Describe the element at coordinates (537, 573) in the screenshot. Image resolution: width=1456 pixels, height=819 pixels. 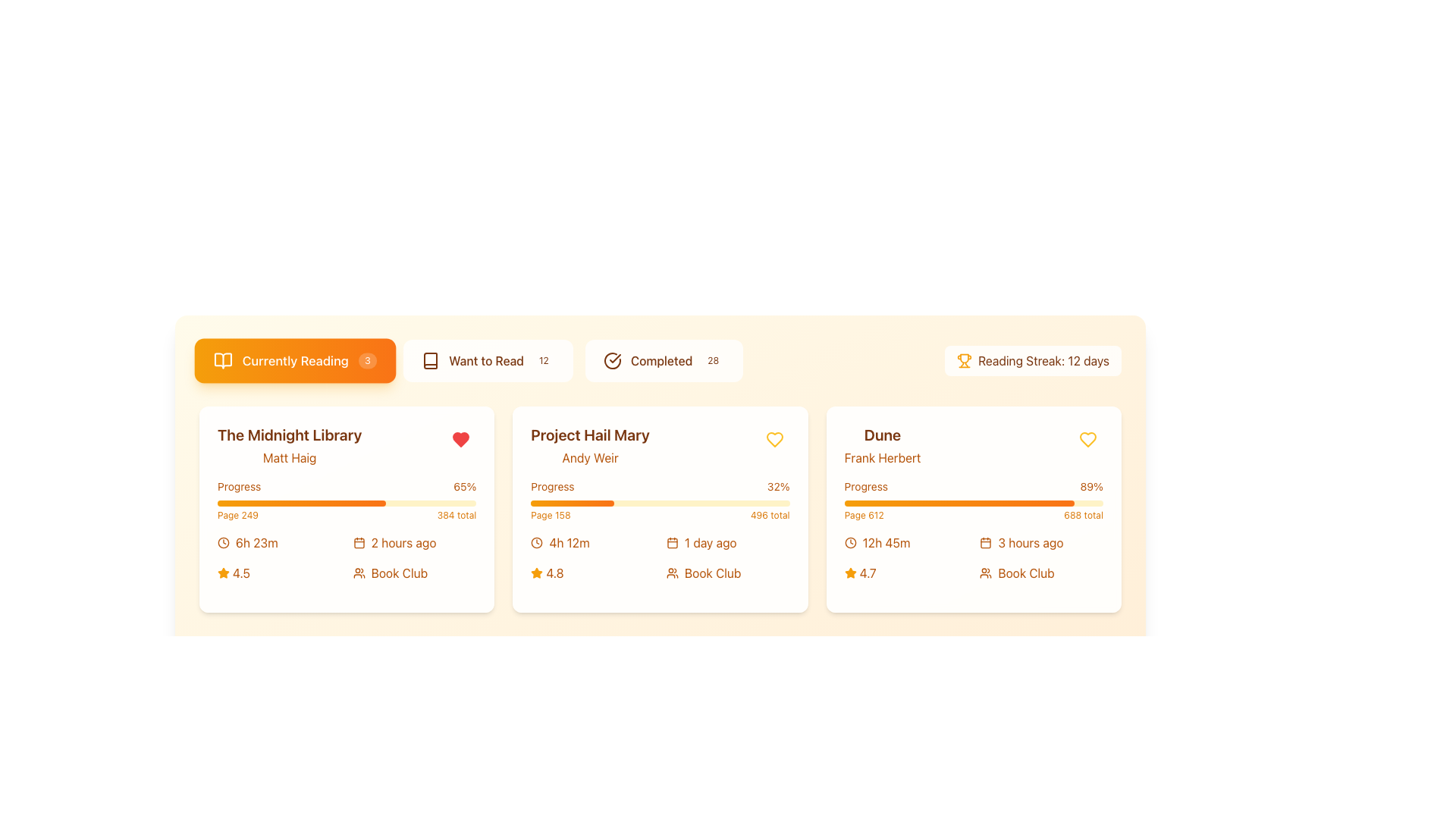
I see `the star icon representing the rating for the 'Project Hail Mary' card, located in the lower-left area below the progress bar and adjacent to the rating value '4.8'` at that location.